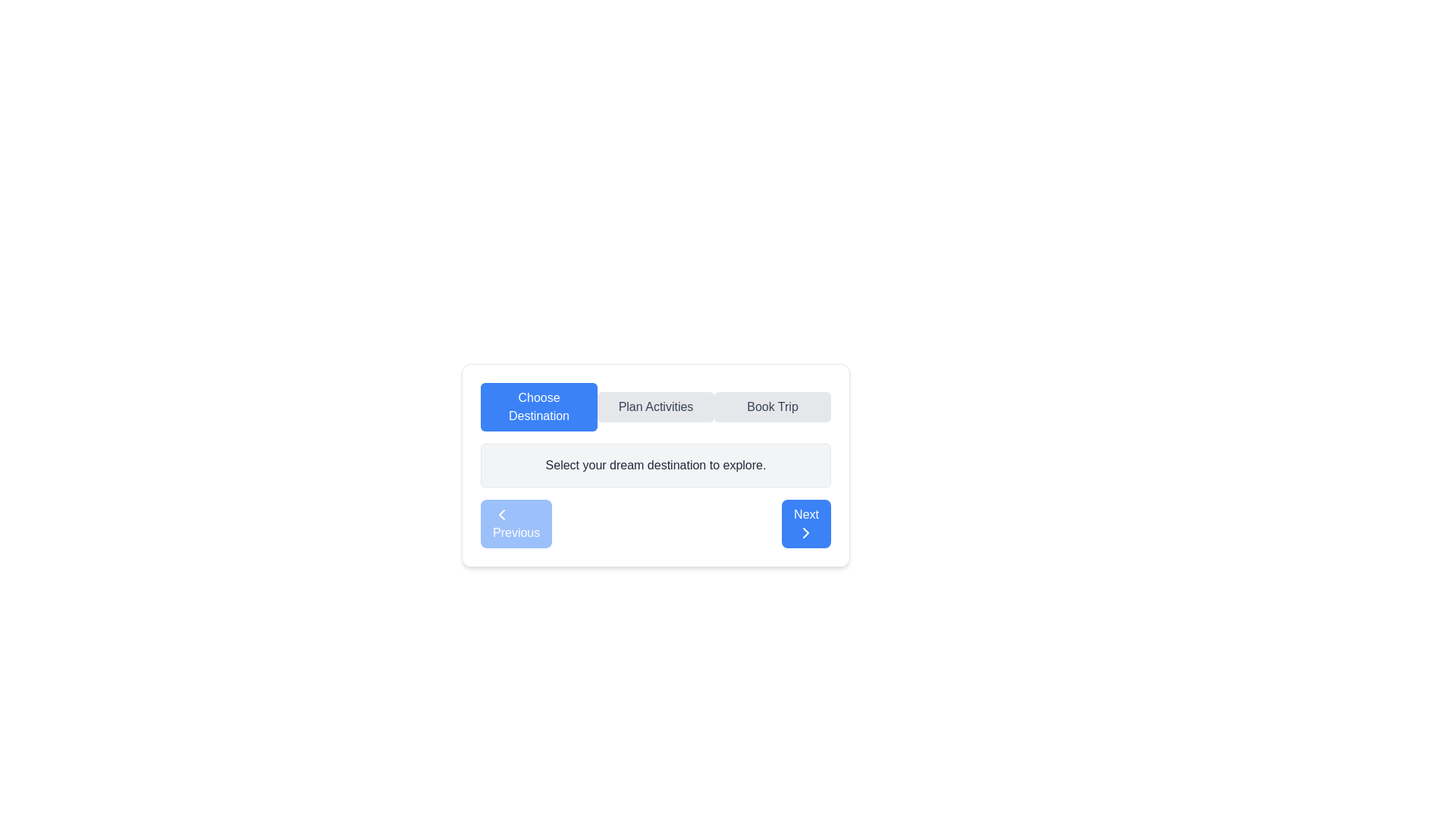 The height and width of the screenshot is (819, 1456). I want to click on the 'Book Trip' button, which is the third button in a row of three located at the top right of the interface, so click(772, 406).